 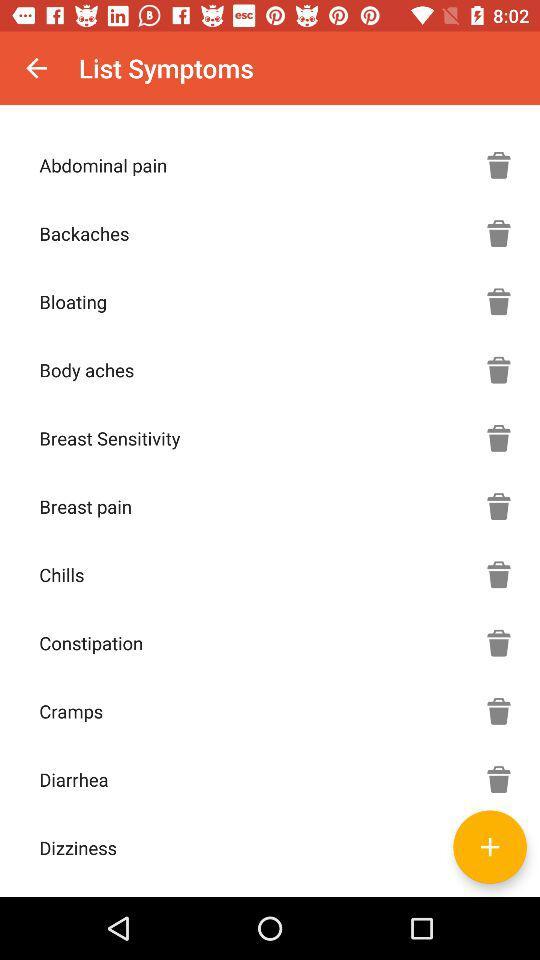 What do you see at coordinates (498, 574) in the screenshot?
I see `remove symptom` at bounding box center [498, 574].